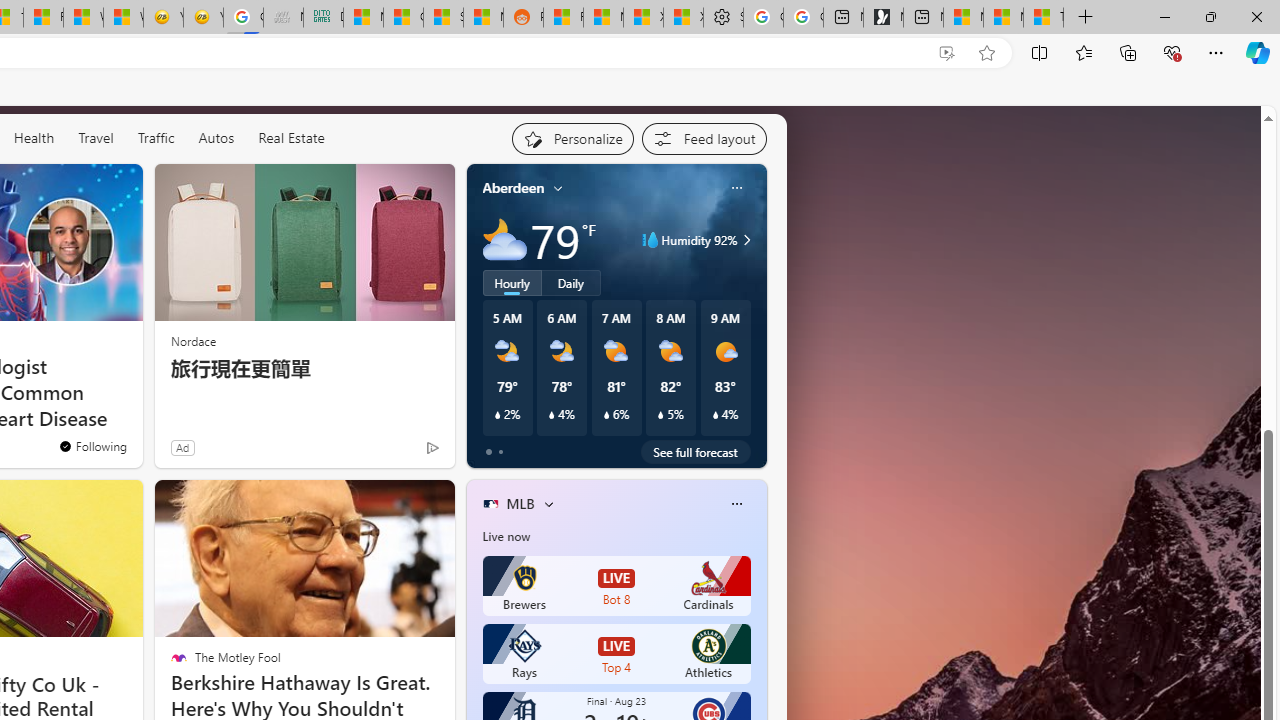 This screenshot has height=720, width=1280. What do you see at coordinates (33, 137) in the screenshot?
I see `'Health'` at bounding box center [33, 137].